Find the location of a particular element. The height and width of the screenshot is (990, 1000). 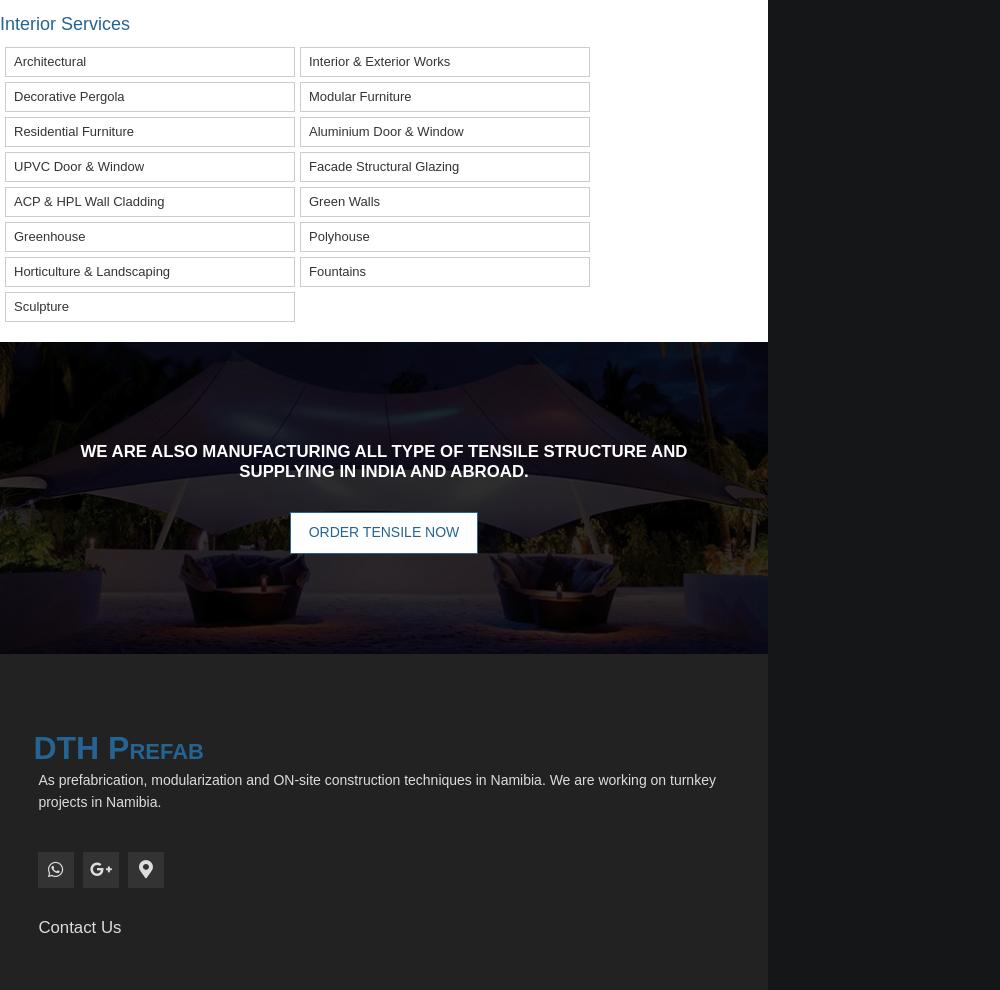

'Contact Us' is located at coordinates (78, 925).